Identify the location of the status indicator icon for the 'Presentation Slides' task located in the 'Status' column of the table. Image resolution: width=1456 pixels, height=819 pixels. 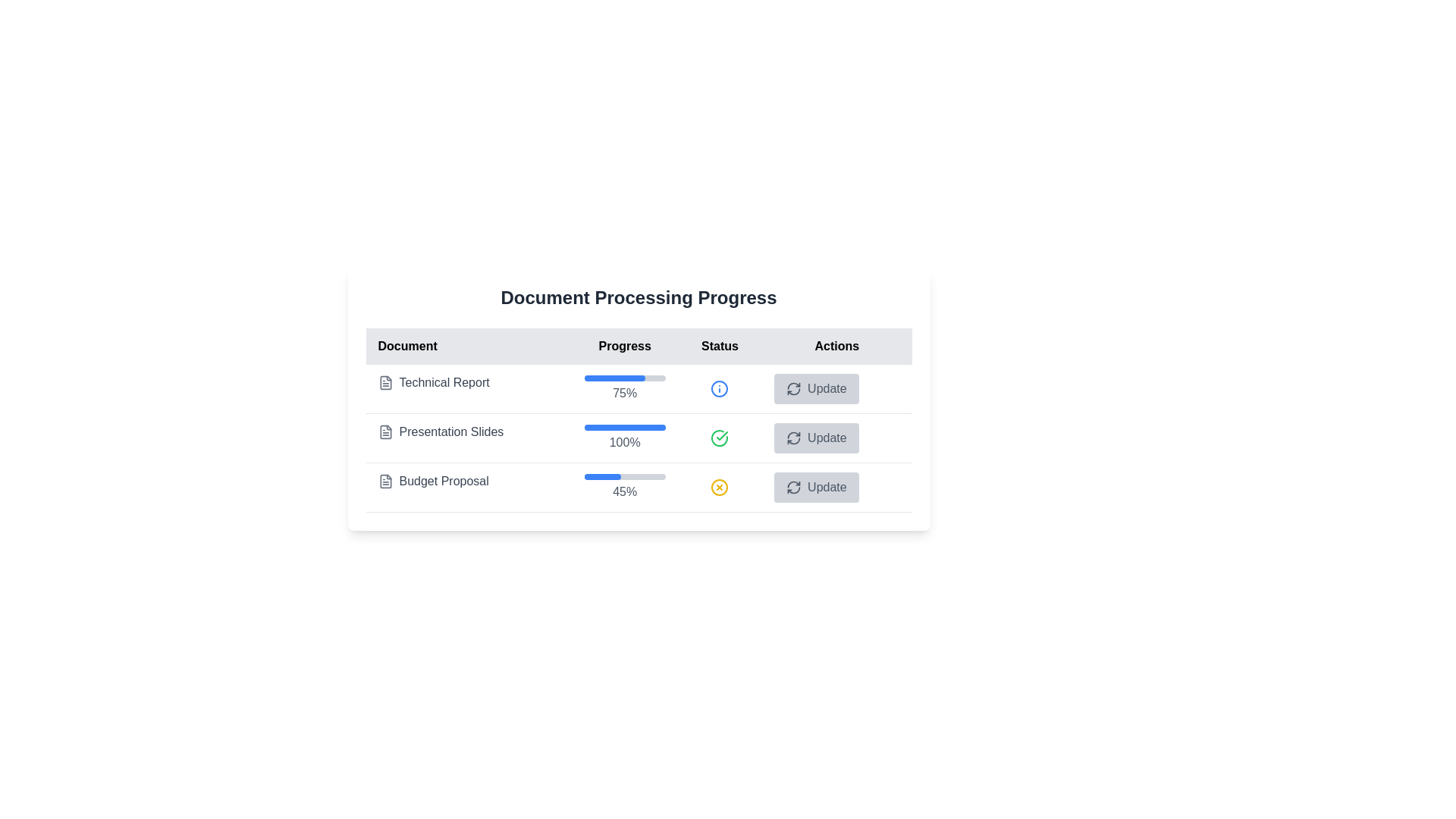
(721, 435).